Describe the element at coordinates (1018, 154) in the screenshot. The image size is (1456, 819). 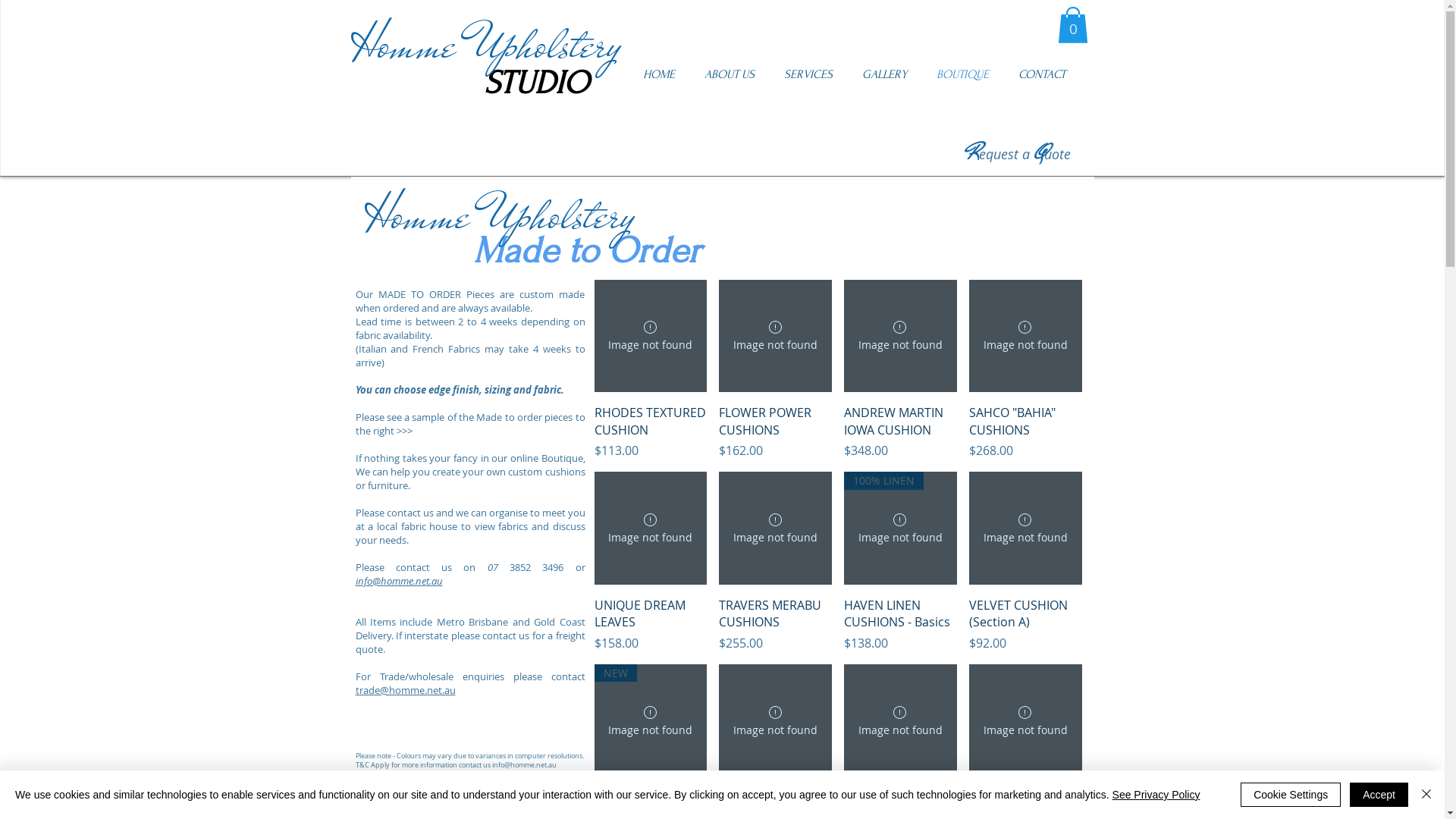
I see `'Request a Quote'` at that location.